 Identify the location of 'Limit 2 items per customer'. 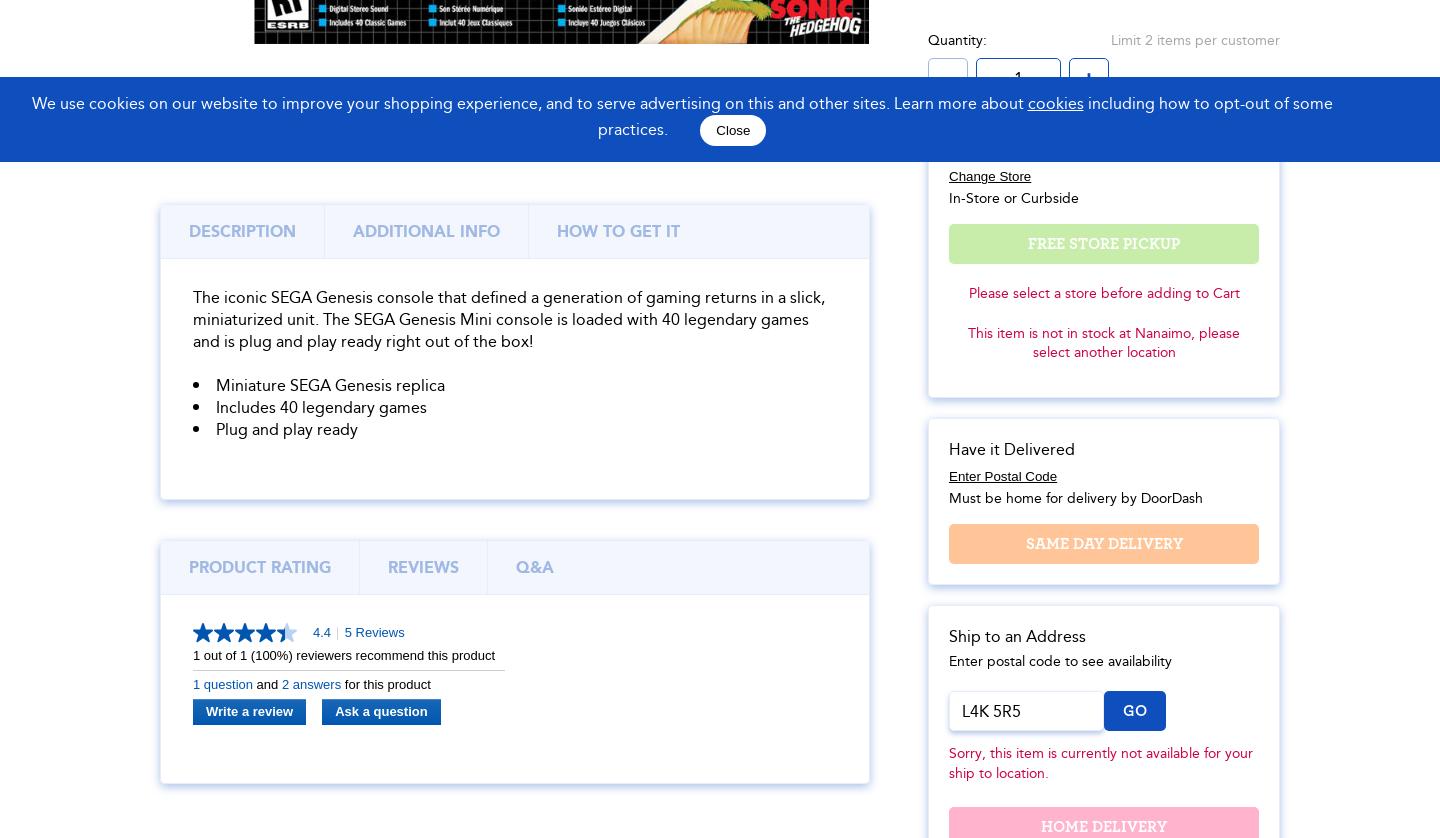
(1109, 39).